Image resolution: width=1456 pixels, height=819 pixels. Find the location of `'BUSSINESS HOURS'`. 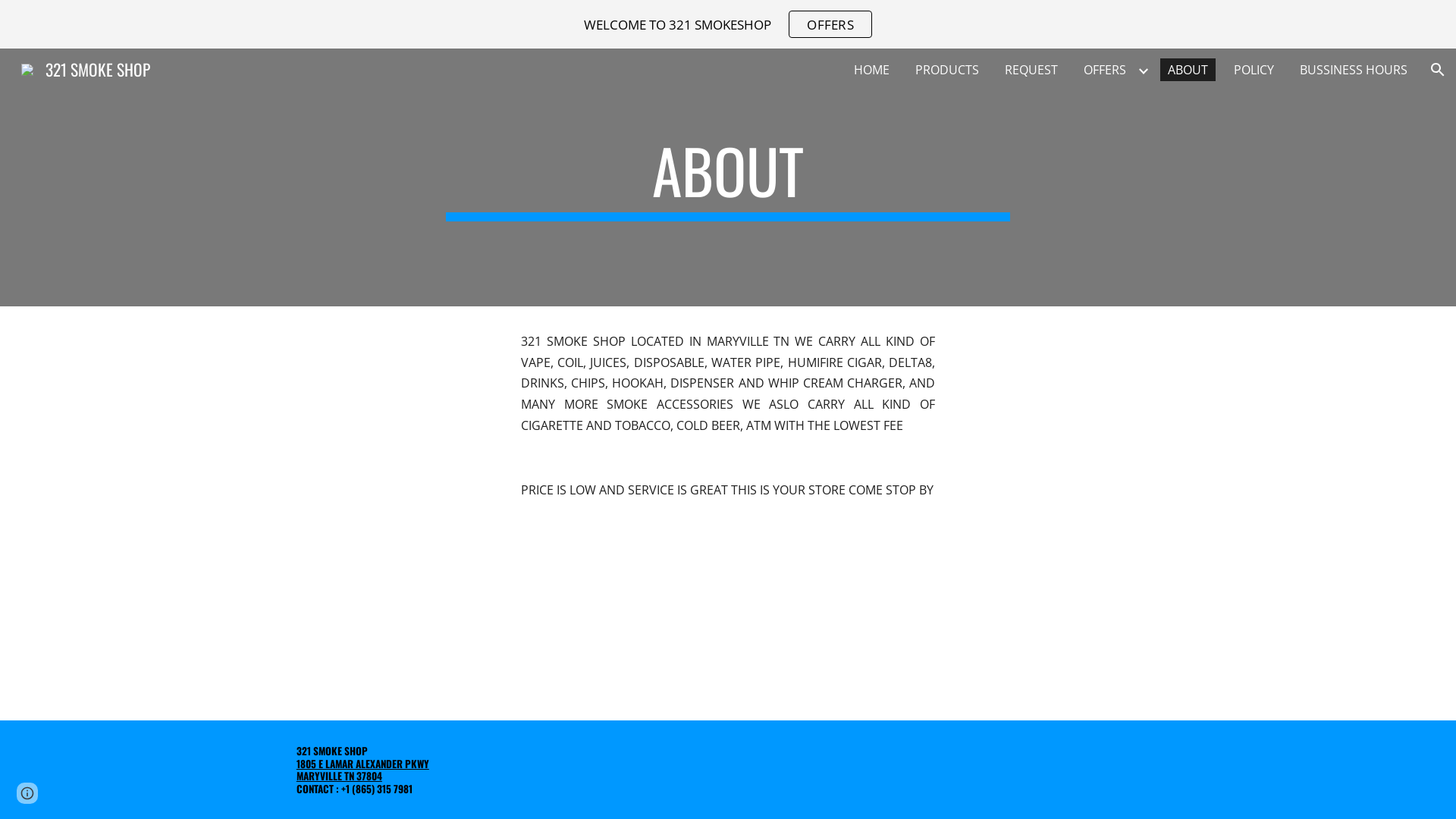

'BUSSINESS HOURS' is located at coordinates (1354, 70).